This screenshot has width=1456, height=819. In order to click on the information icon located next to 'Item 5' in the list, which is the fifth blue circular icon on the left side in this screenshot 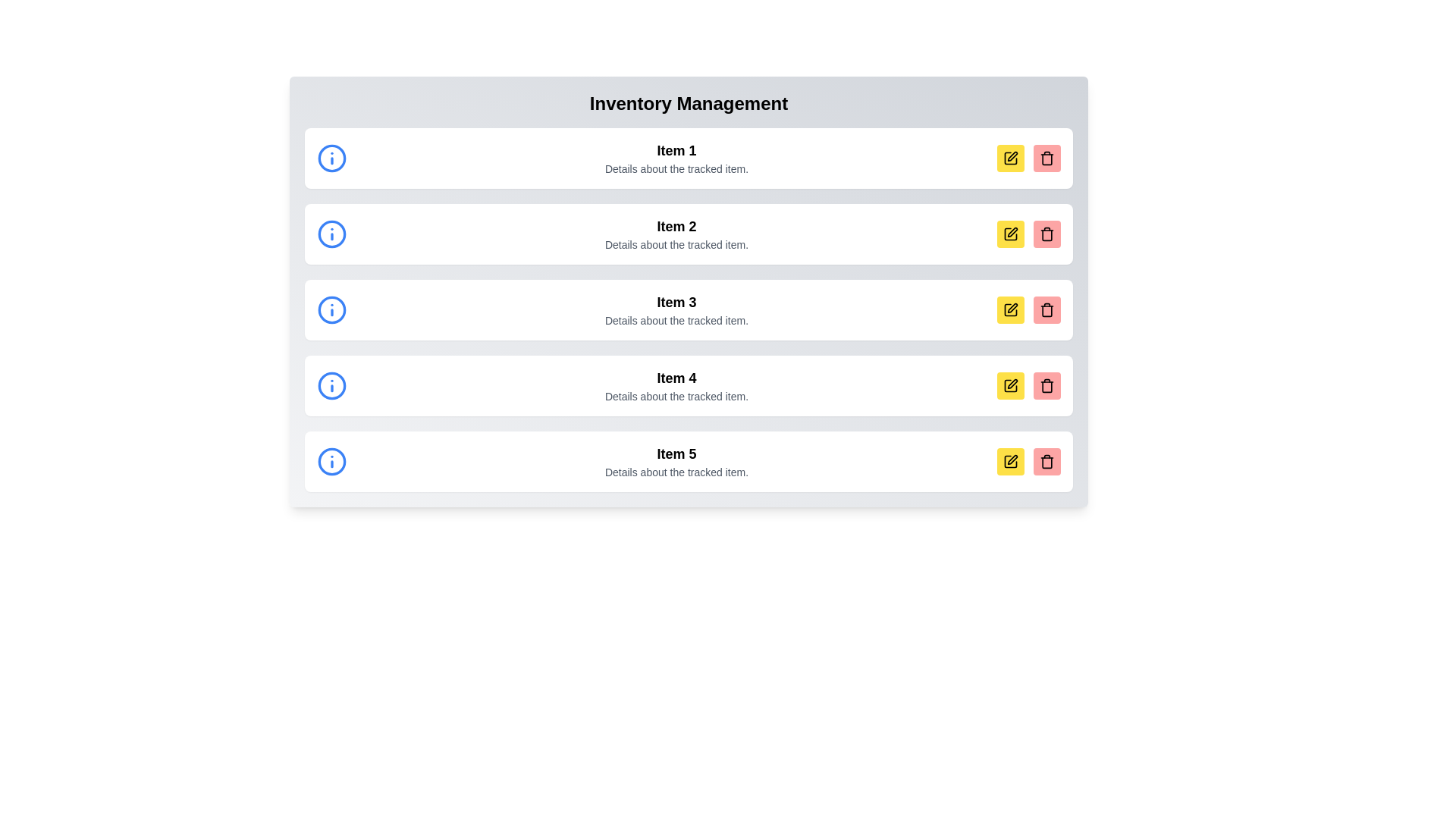, I will do `click(331, 461)`.